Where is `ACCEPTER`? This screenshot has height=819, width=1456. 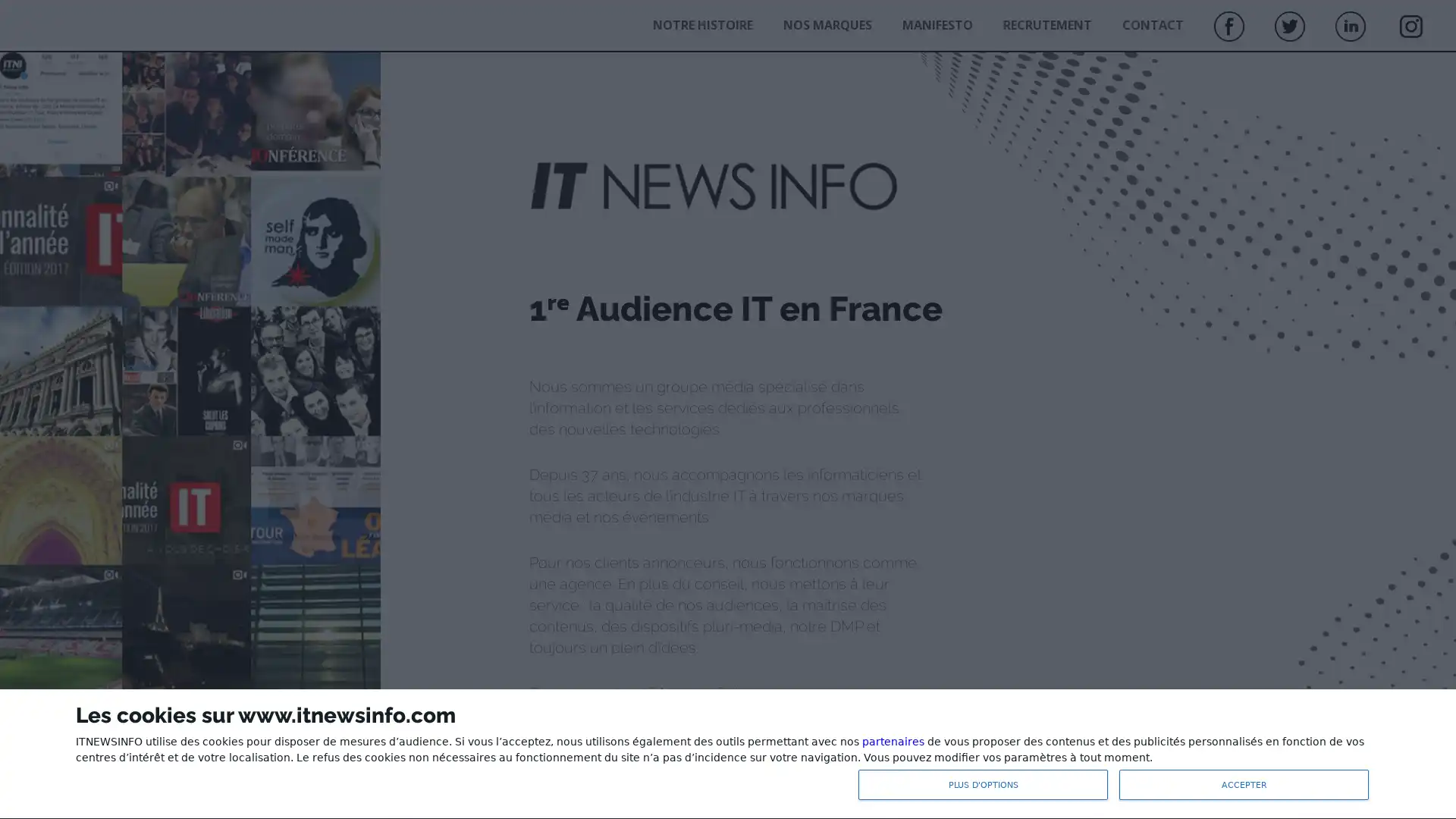 ACCEPTER is located at coordinates (1244, 784).